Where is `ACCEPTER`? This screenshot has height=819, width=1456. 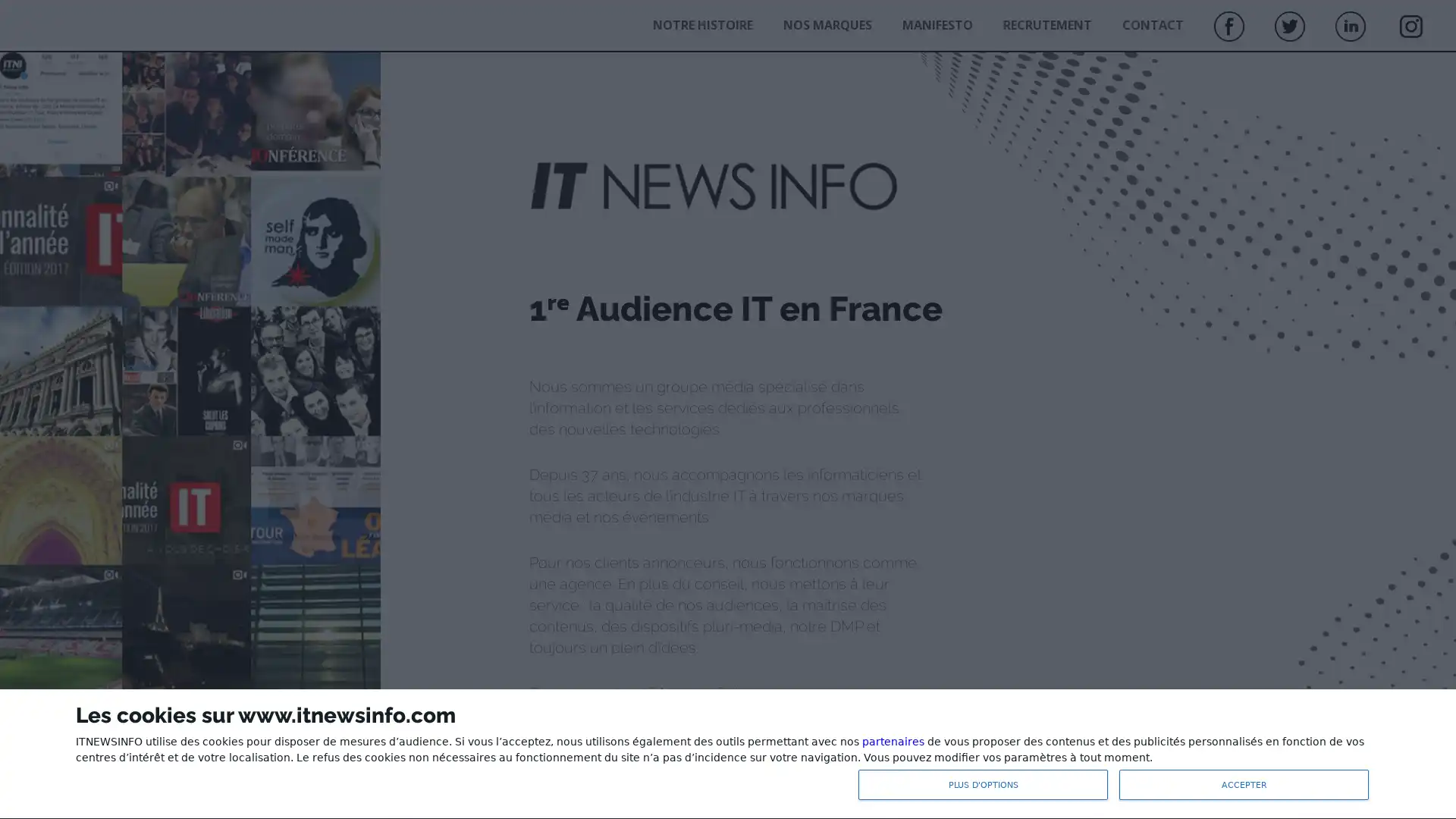 ACCEPTER is located at coordinates (1244, 784).